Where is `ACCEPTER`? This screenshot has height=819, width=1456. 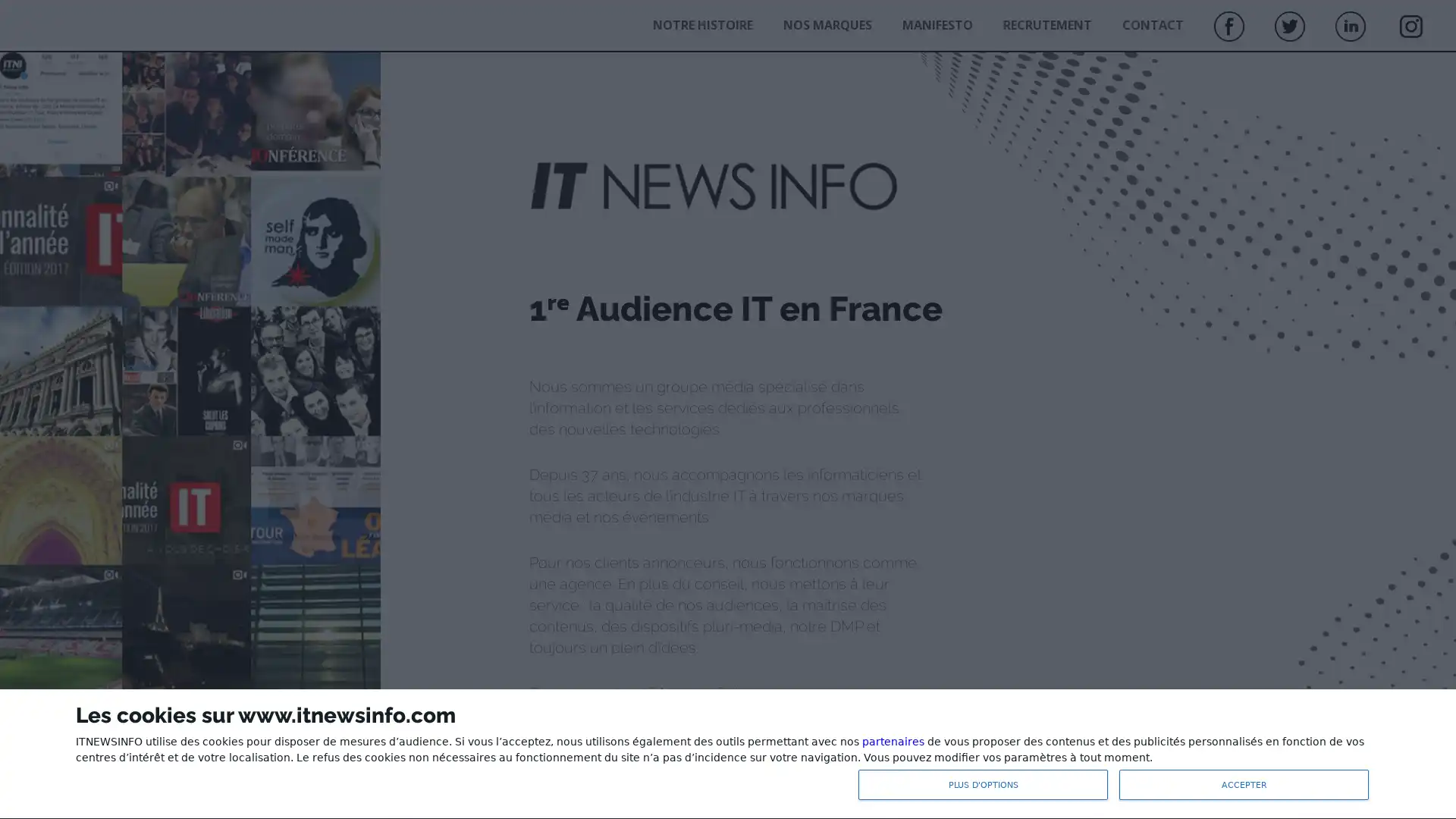 ACCEPTER is located at coordinates (1244, 784).